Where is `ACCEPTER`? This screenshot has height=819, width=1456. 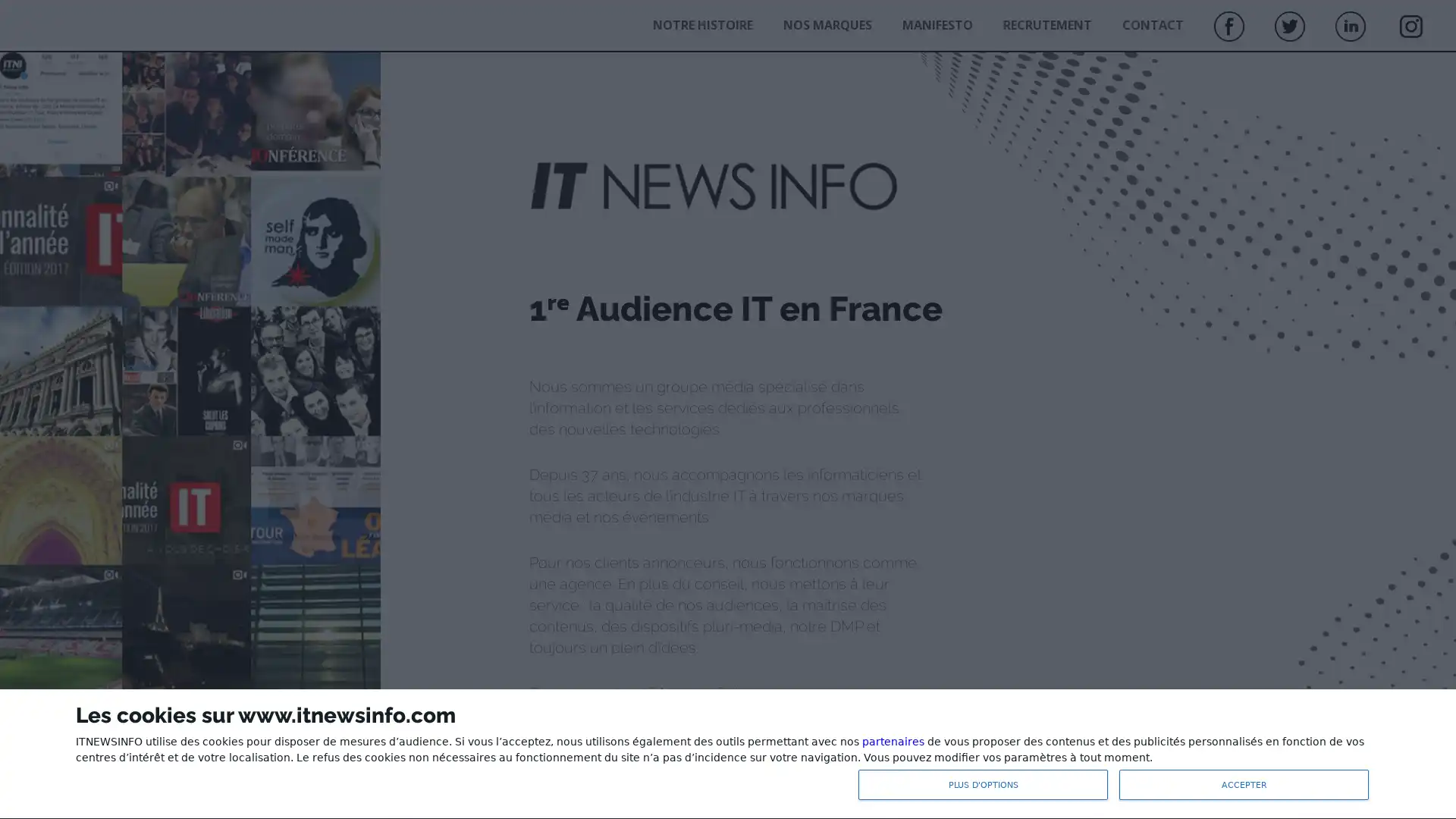 ACCEPTER is located at coordinates (1244, 784).